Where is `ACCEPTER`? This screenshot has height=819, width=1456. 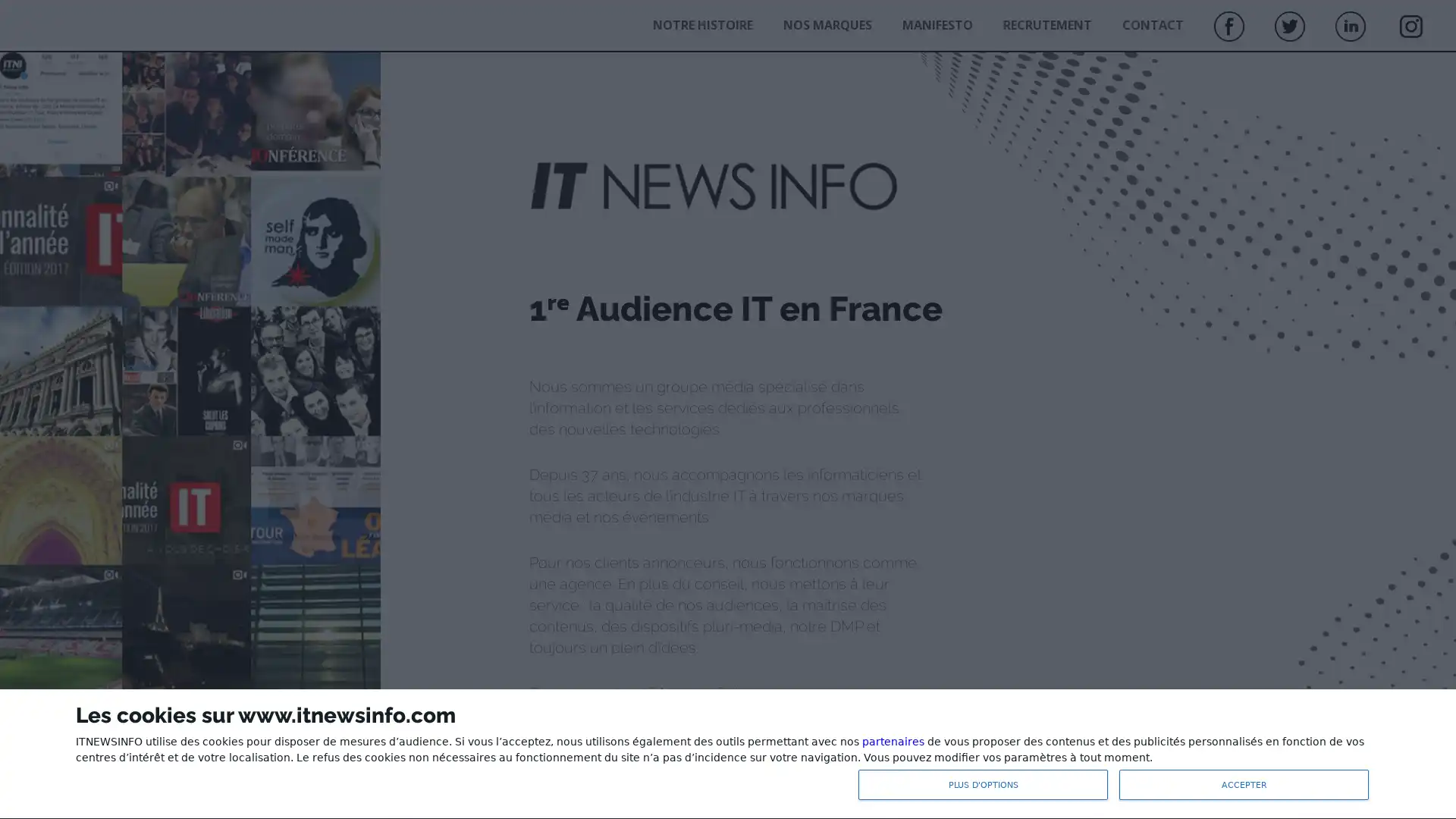 ACCEPTER is located at coordinates (1244, 784).